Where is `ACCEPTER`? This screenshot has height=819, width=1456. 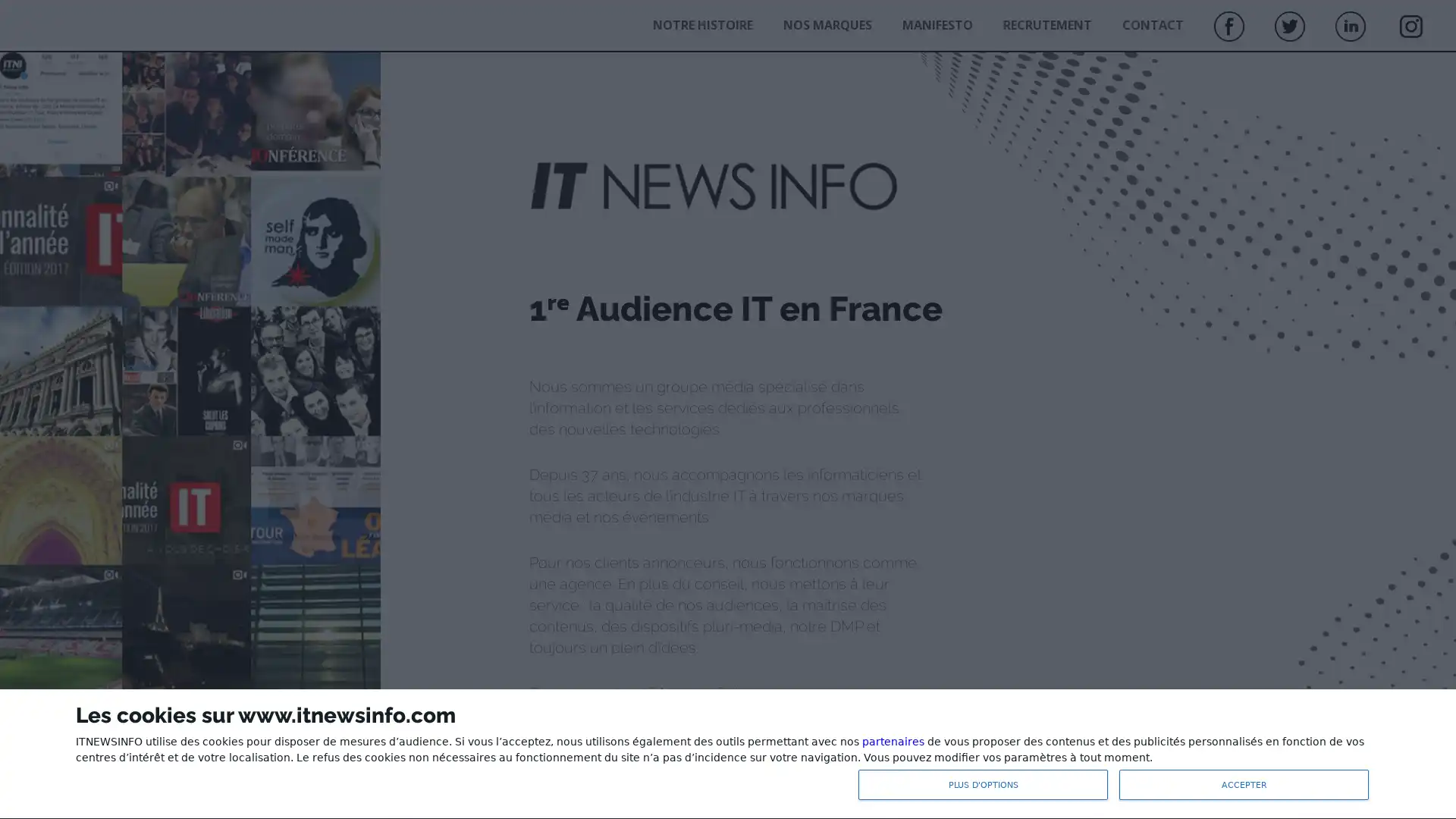 ACCEPTER is located at coordinates (1244, 784).